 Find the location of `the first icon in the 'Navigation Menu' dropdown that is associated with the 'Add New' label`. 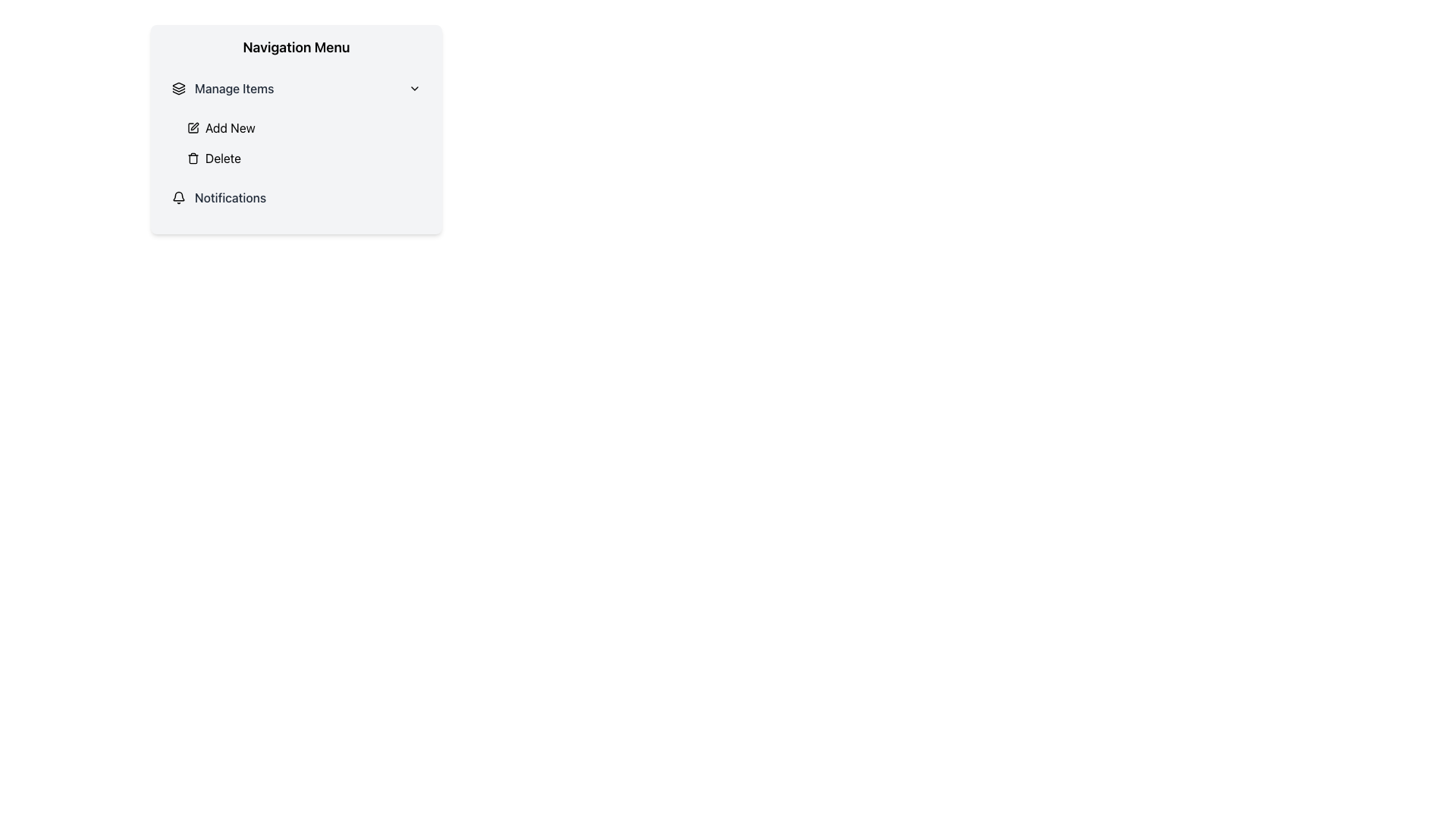

the first icon in the 'Navigation Menu' dropdown that is associated with the 'Add New' label is located at coordinates (192, 127).